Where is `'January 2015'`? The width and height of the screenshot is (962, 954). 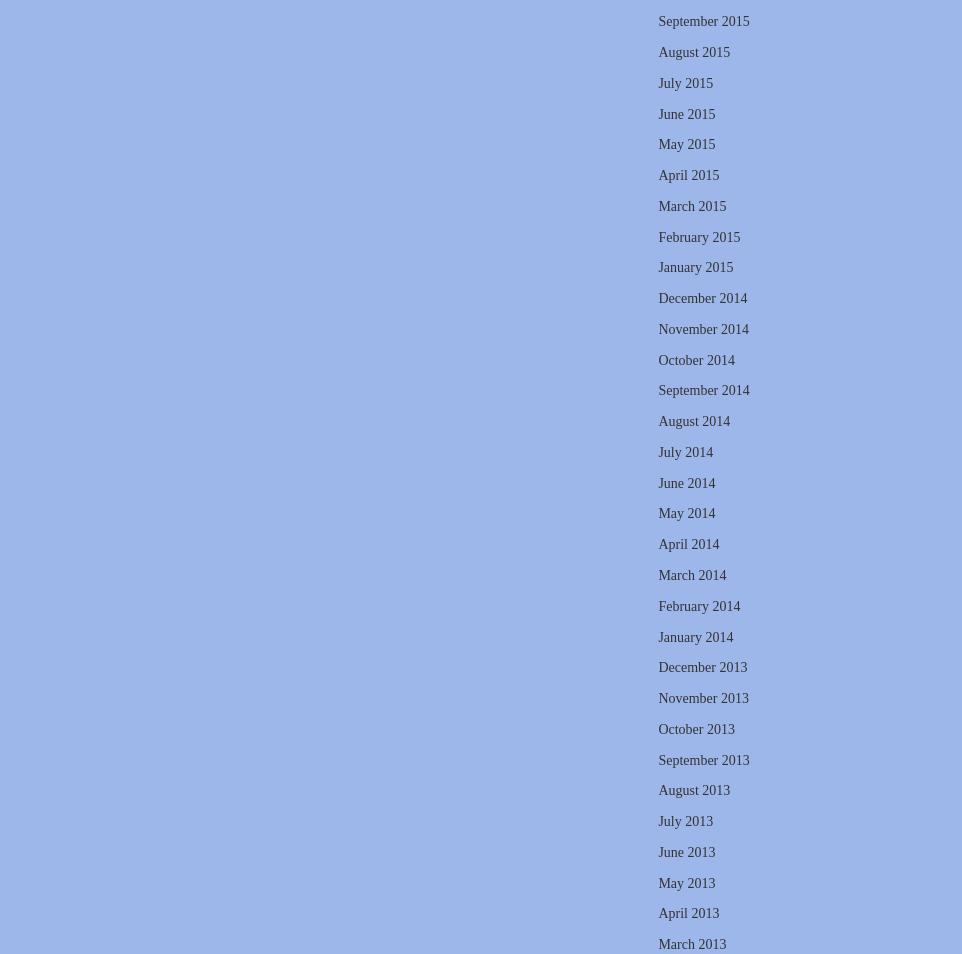 'January 2015' is located at coordinates (658, 267).